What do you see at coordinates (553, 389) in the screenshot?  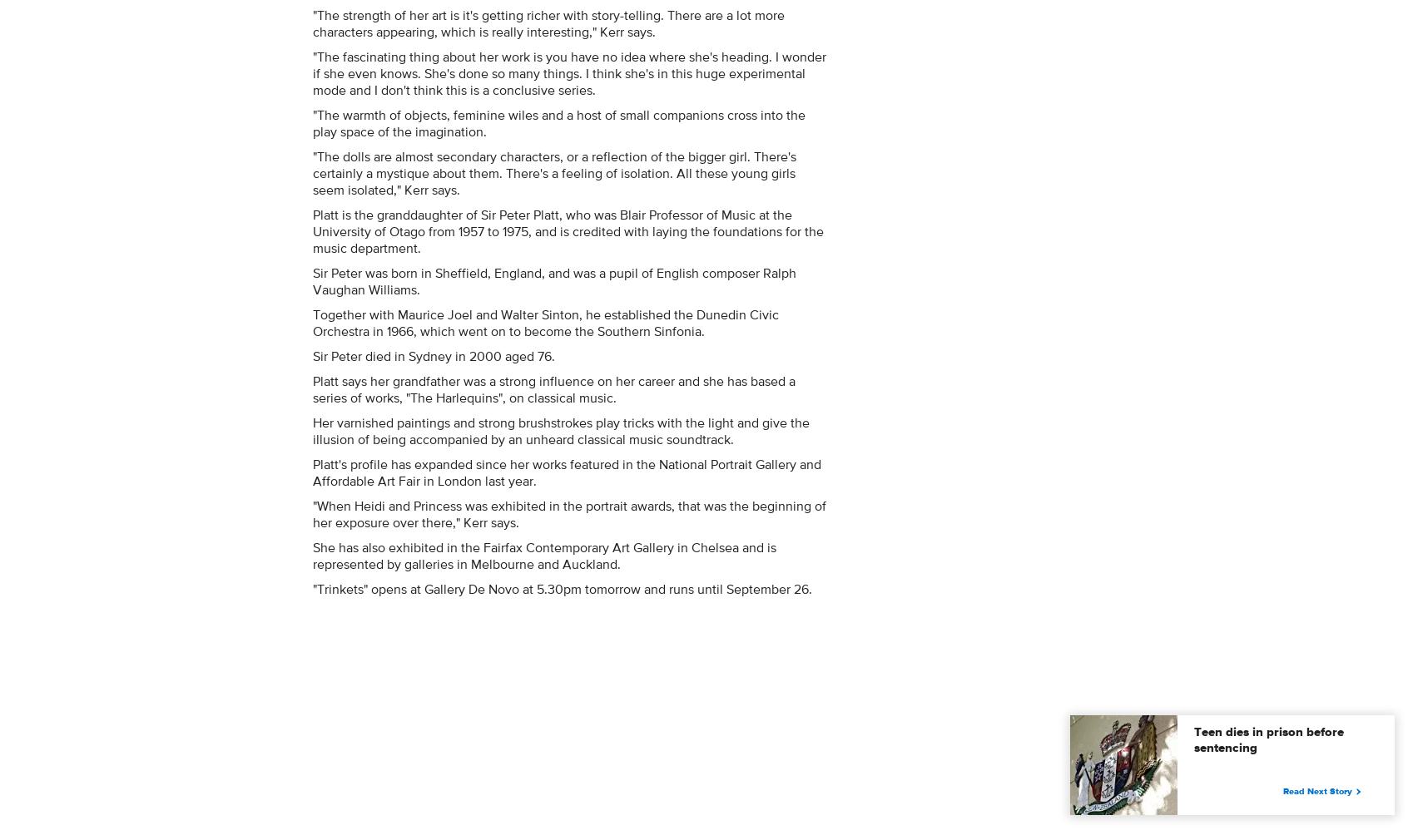 I see `'Platt says her grandfather was a strong influence on her career and she has based a series of works, "The Harlequins", on classical music.'` at bounding box center [553, 389].